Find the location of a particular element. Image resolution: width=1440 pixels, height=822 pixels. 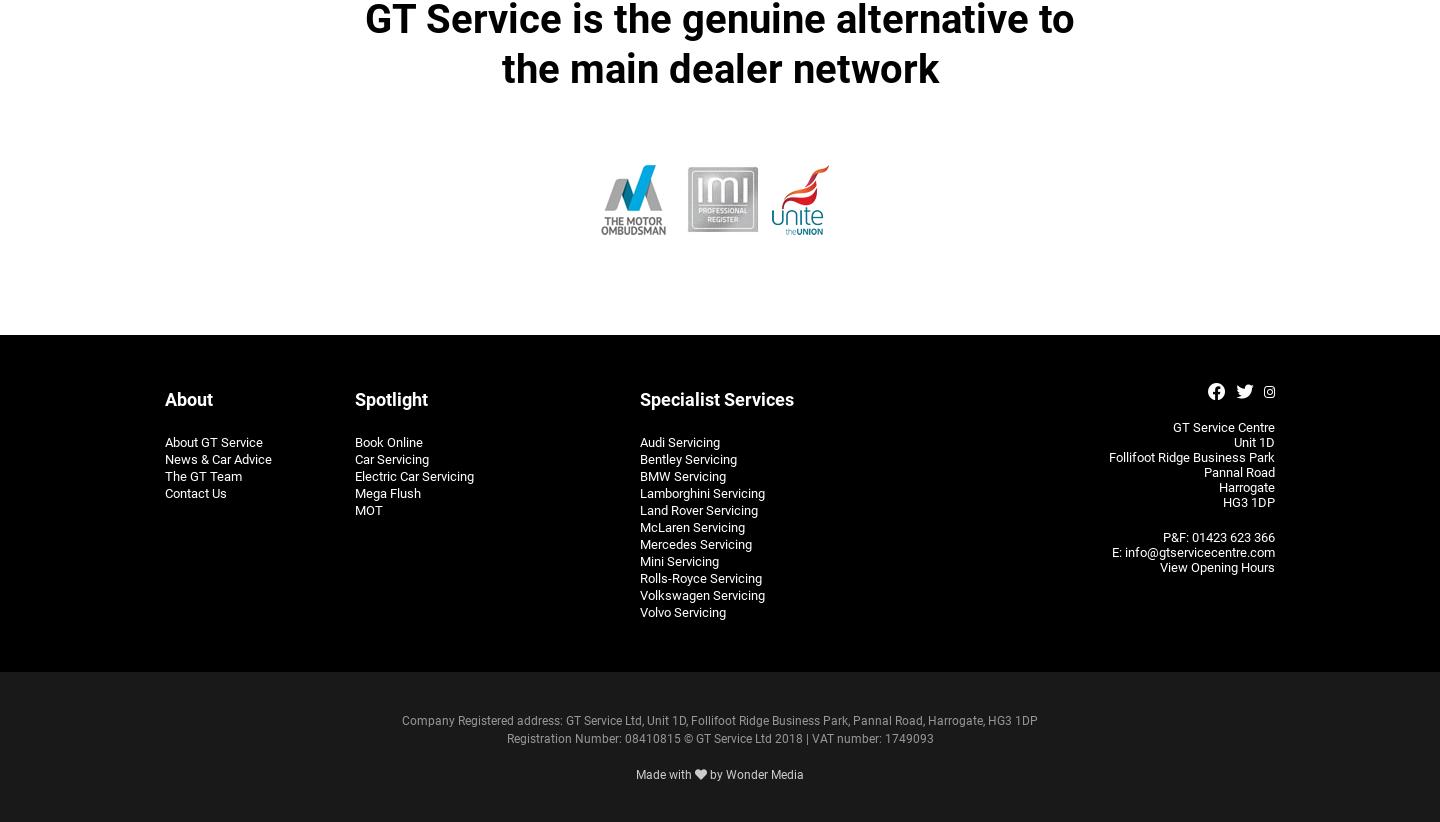

'Car Servicing' is located at coordinates (390, 458).